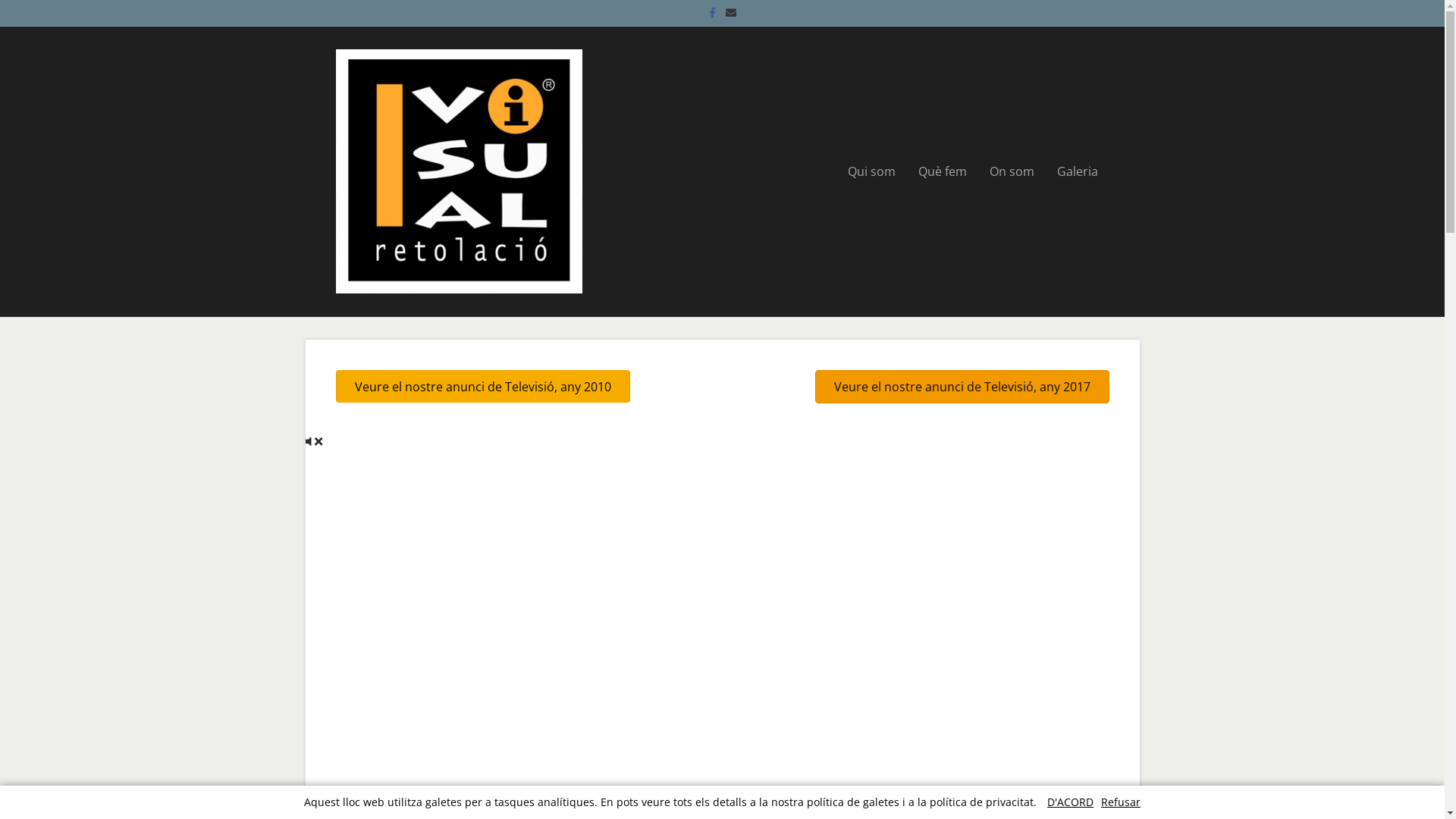 This screenshot has height=819, width=1456. I want to click on 'D'ACORD', so click(1069, 801).